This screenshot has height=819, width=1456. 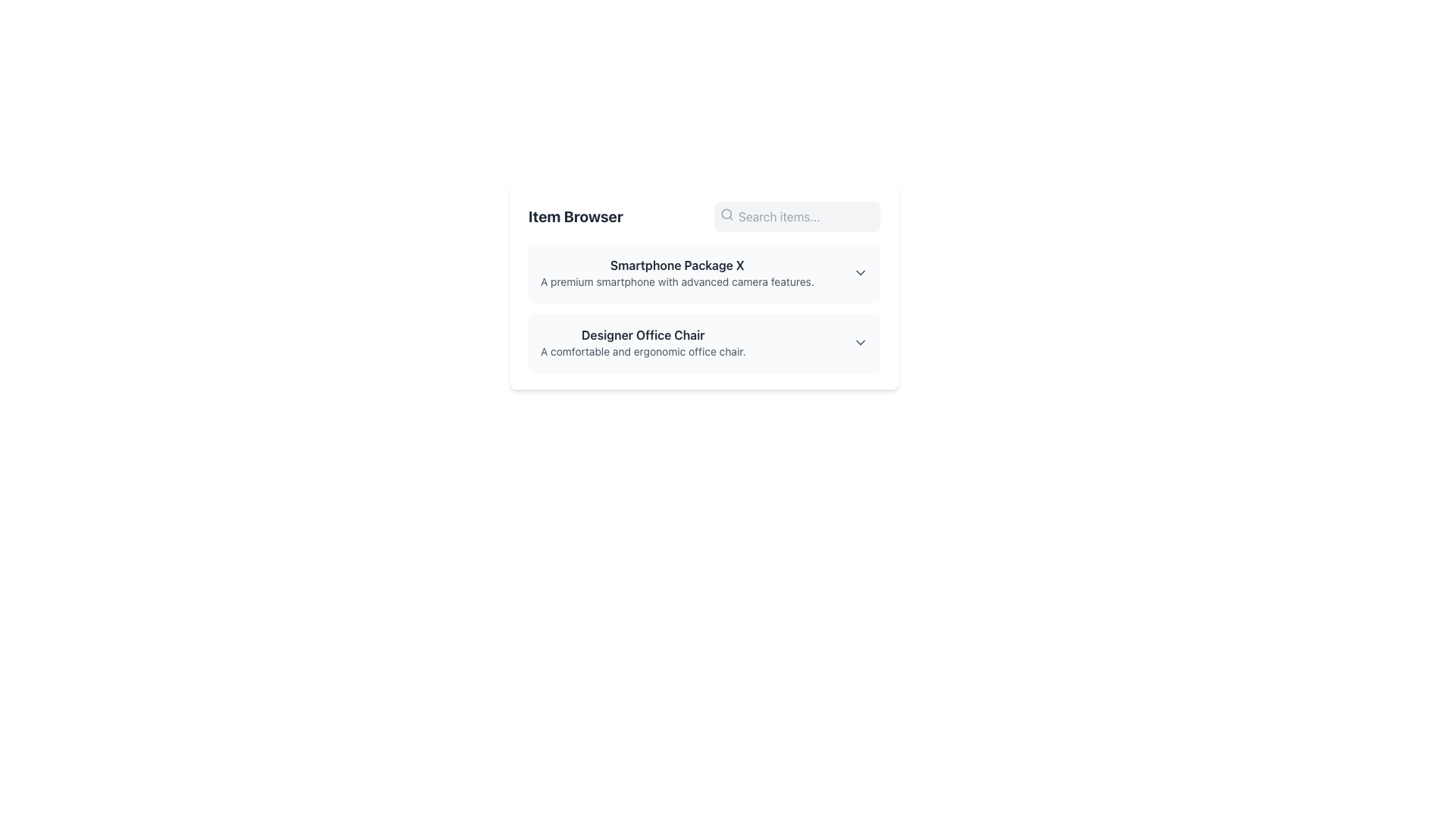 I want to click on title 'Designer Office Chair' and the description 'A comfortable and ergonomic office chair.' from the text block located under the header 'Item Browser' and below 'Smartphone Package X', so click(x=643, y=342).